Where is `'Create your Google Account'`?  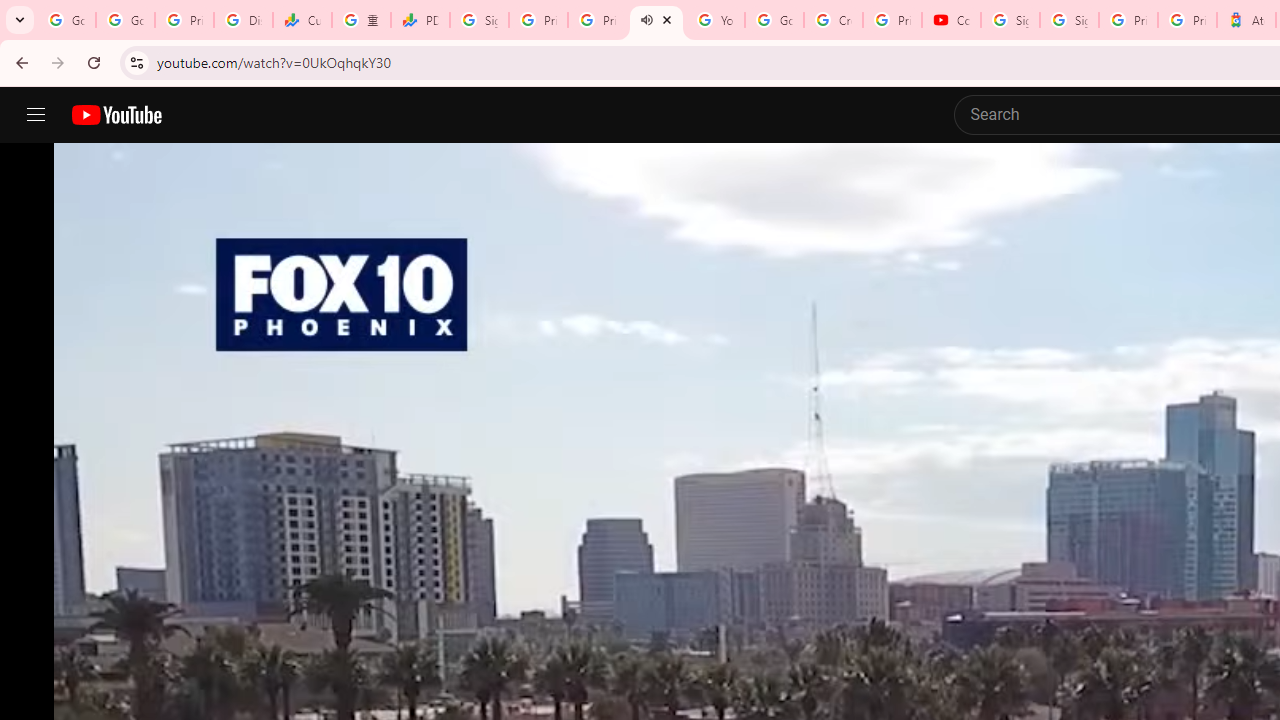
'Create your Google Account' is located at coordinates (833, 20).